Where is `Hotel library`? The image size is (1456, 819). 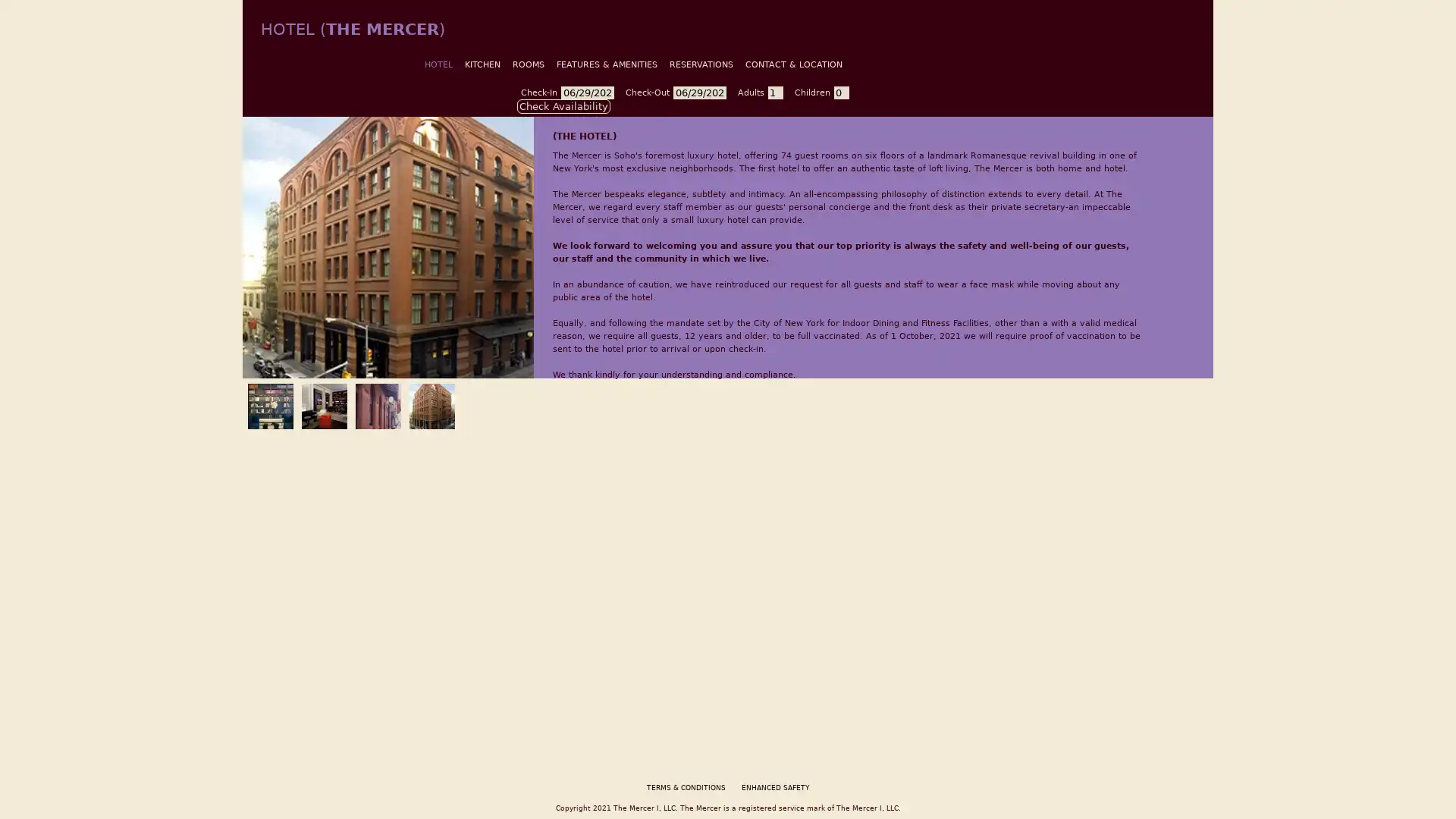 Hotel library is located at coordinates (268, 403).